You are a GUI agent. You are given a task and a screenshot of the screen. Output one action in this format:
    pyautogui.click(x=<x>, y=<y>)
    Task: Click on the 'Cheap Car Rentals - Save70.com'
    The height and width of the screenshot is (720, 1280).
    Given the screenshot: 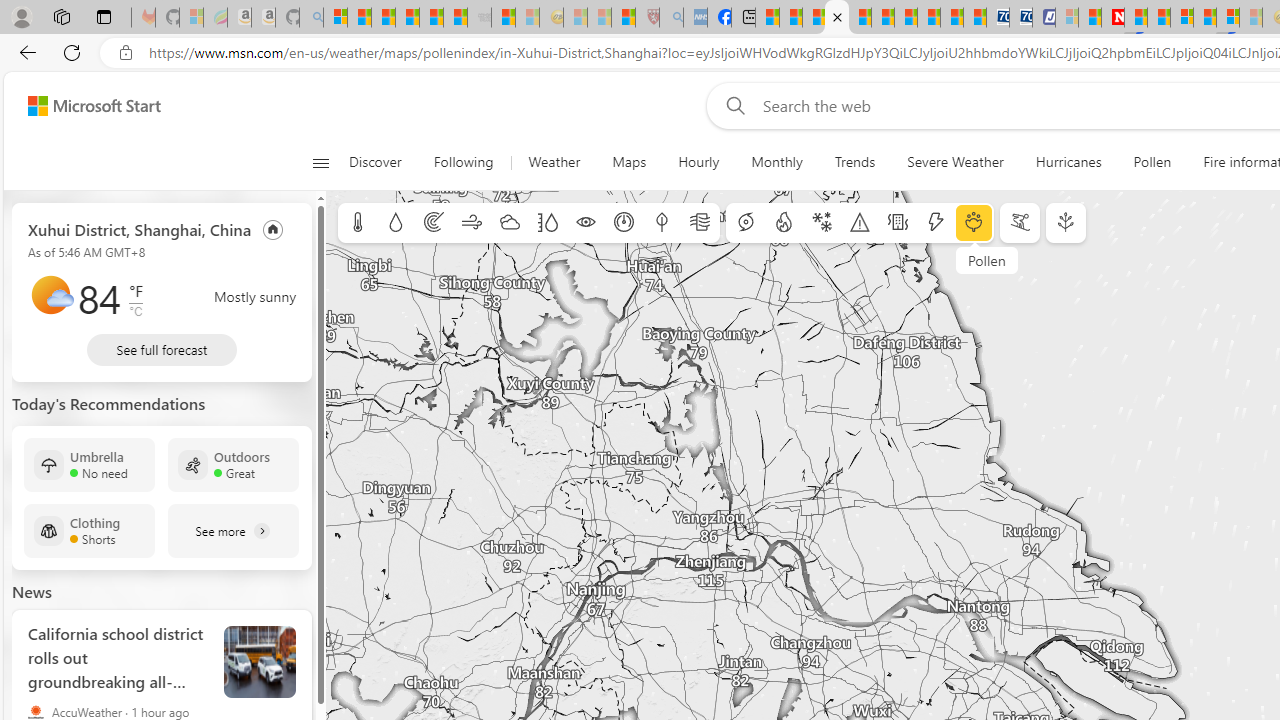 What is the action you would take?
    pyautogui.click(x=997, y=17)
    